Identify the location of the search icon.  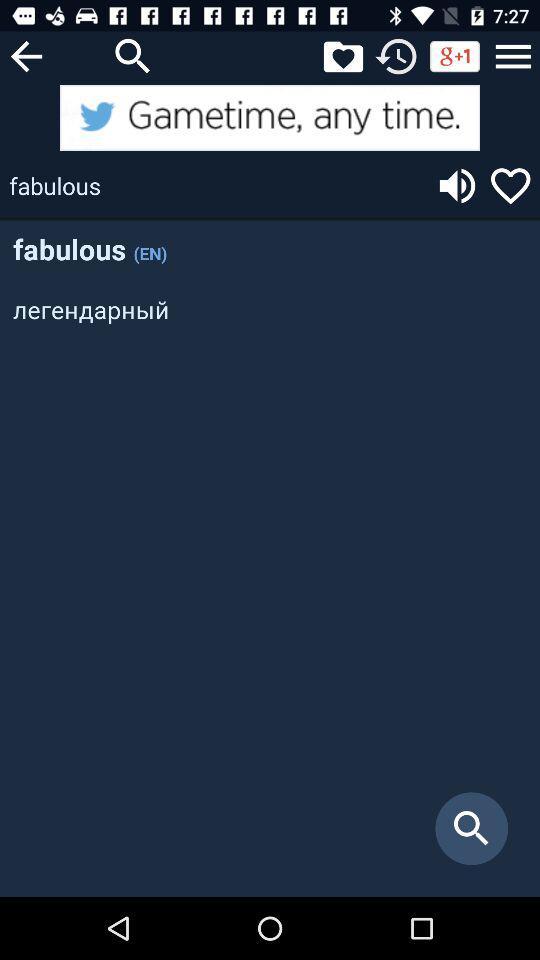
(133, 55).